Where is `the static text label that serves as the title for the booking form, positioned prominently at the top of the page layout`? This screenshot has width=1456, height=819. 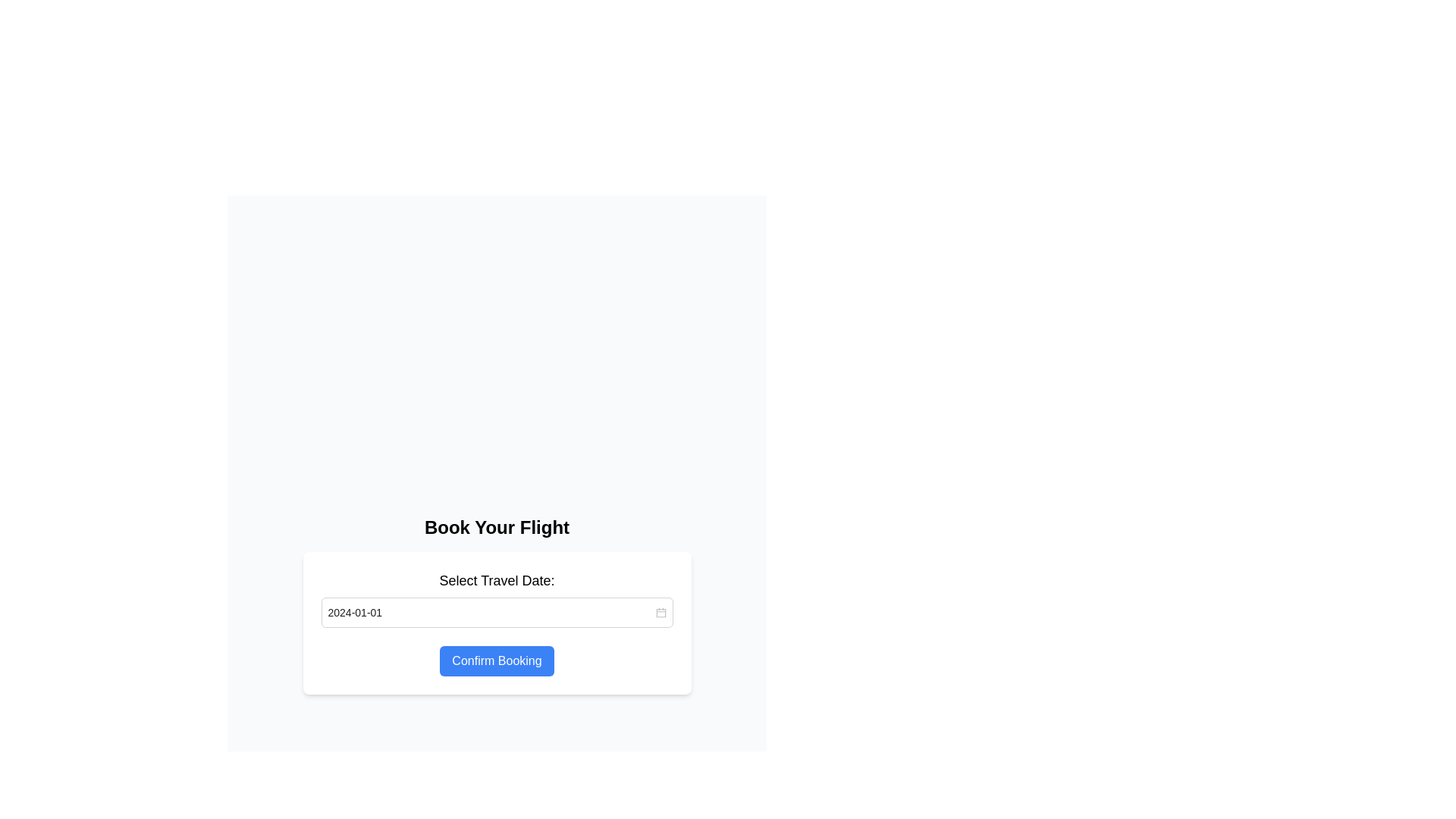 the static text label that serves as the title for the booking form, positioned prominently at the top of the page layout is located at coordinates (497, 526).